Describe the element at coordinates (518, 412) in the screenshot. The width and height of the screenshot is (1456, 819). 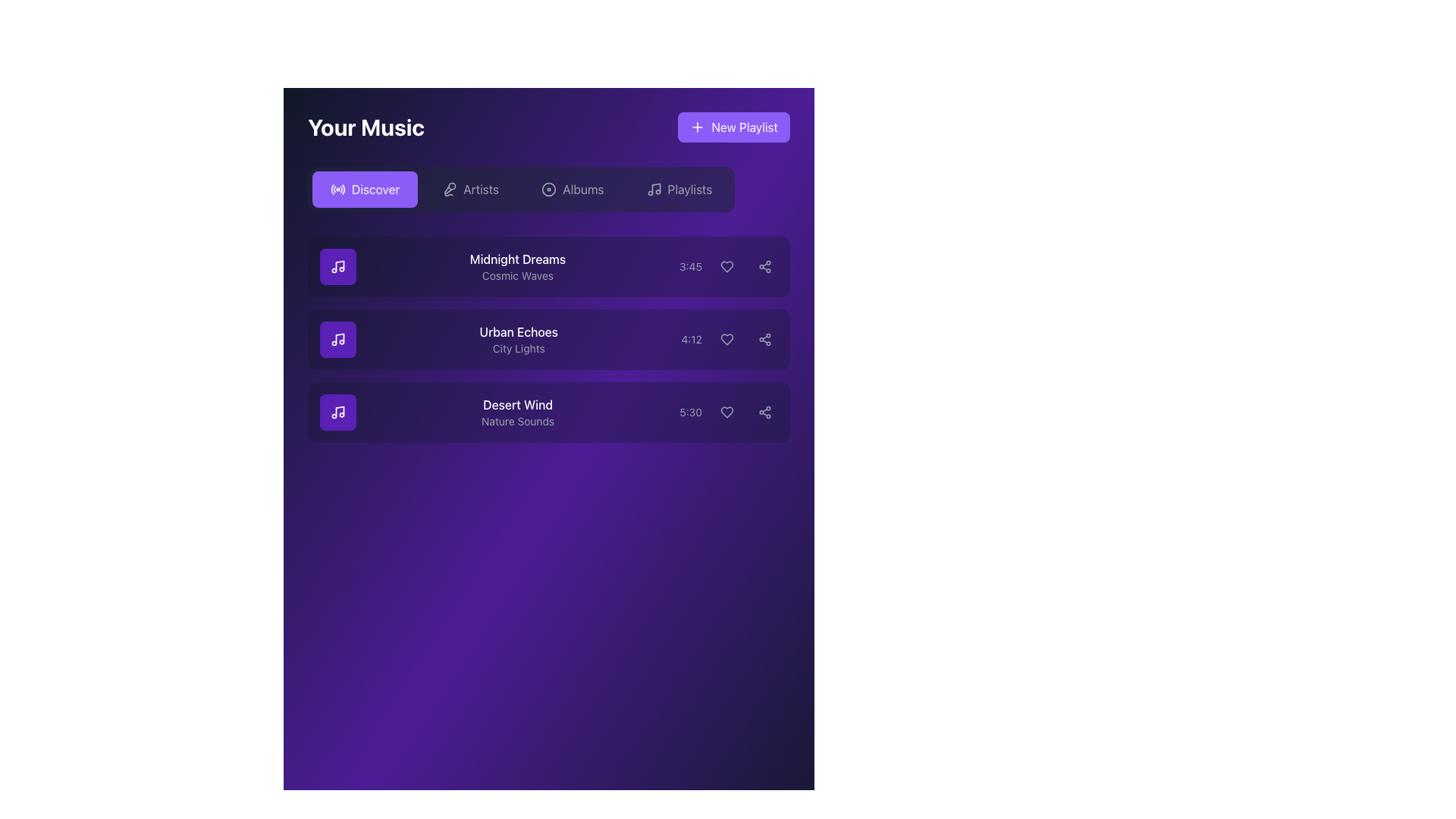
I see `to select the list item displaying 'Desert Wind' with 'Nature Sounds' on a purple gradient background, which is the third item in the 'Your Music' panel` at that location.